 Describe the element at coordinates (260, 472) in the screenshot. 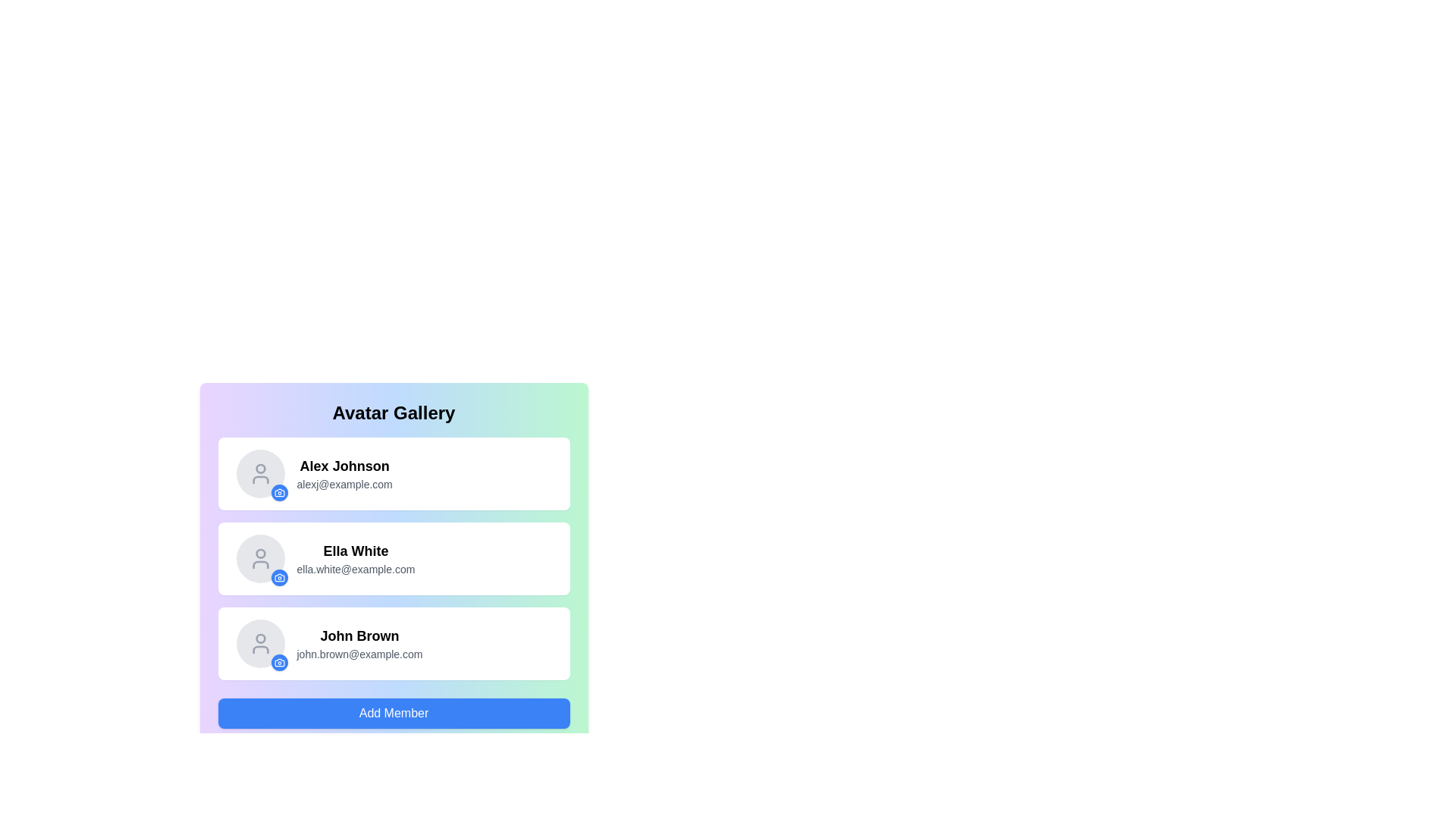

I see `the interactive avatar placeholder located at the leftmost position within the first card, which includes a camera icon for updating the avatar` at that location.